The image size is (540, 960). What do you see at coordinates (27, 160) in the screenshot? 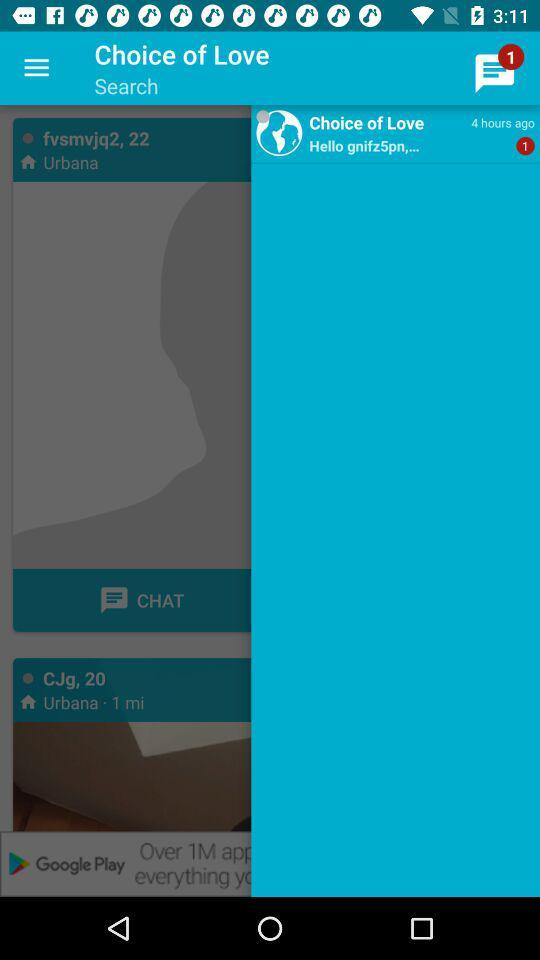
I see `first home icon at left side` at bounding box center [27, 160].